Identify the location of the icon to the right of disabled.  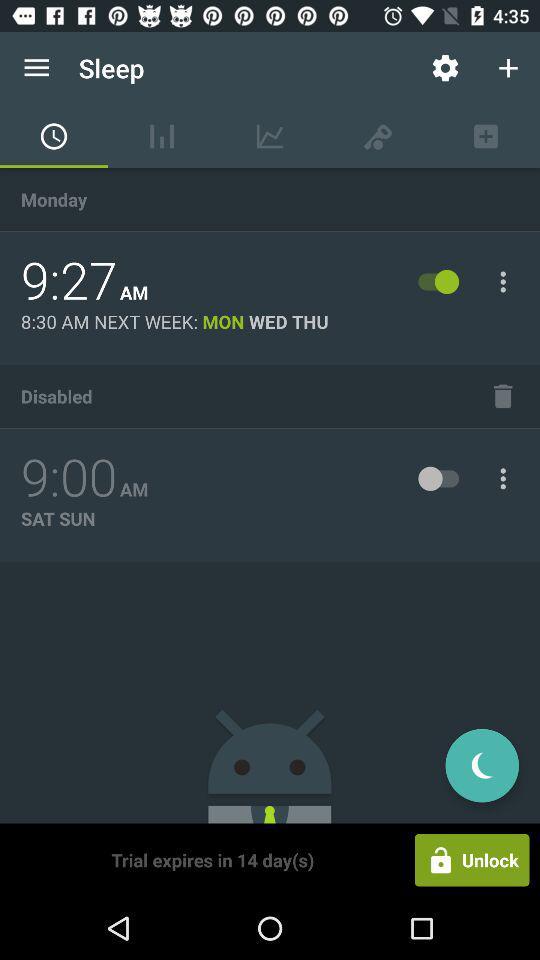
(502, 395).